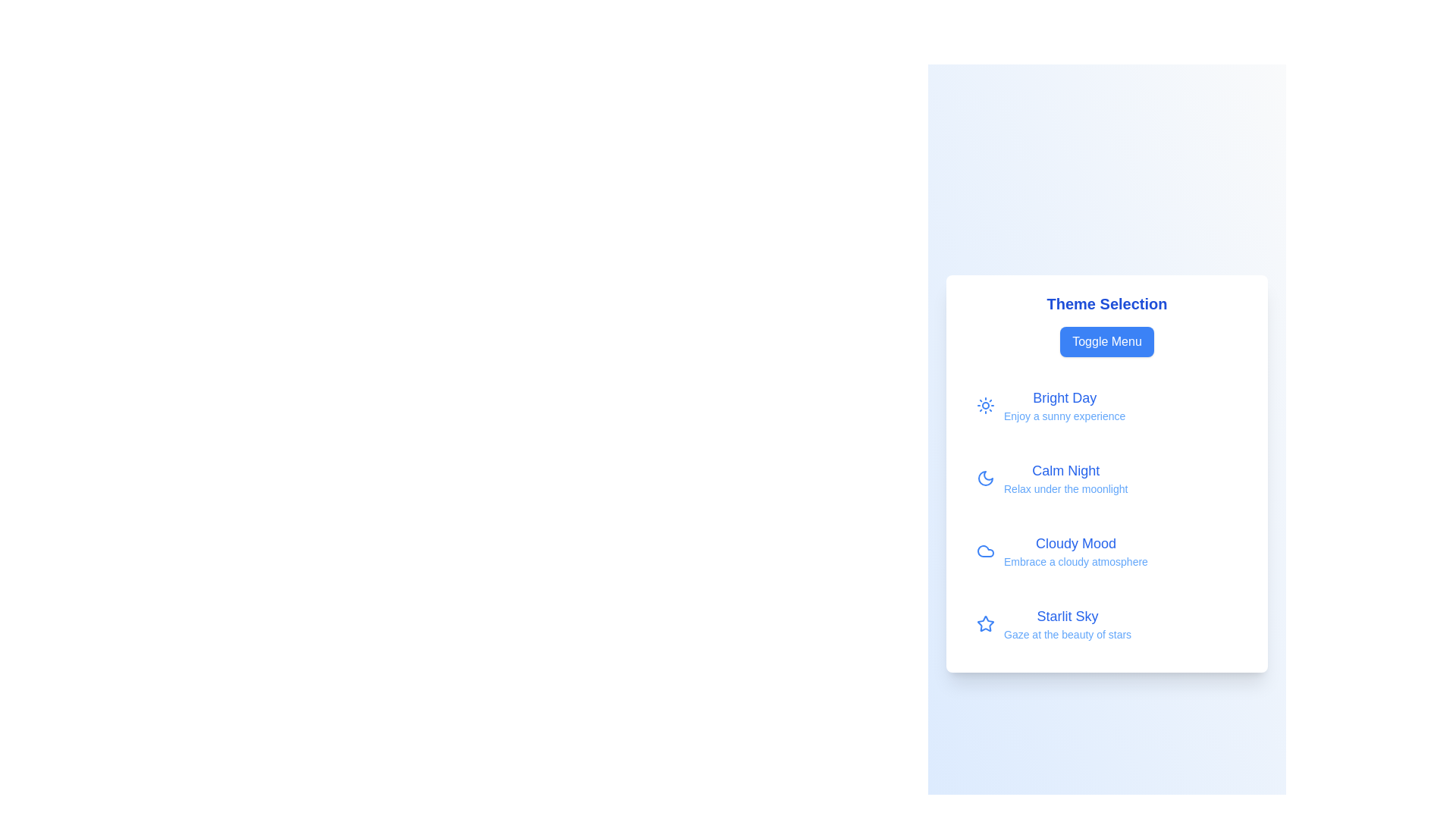  I want to click on the theme Cloudy Mood from the menu, so click(1106, 551).